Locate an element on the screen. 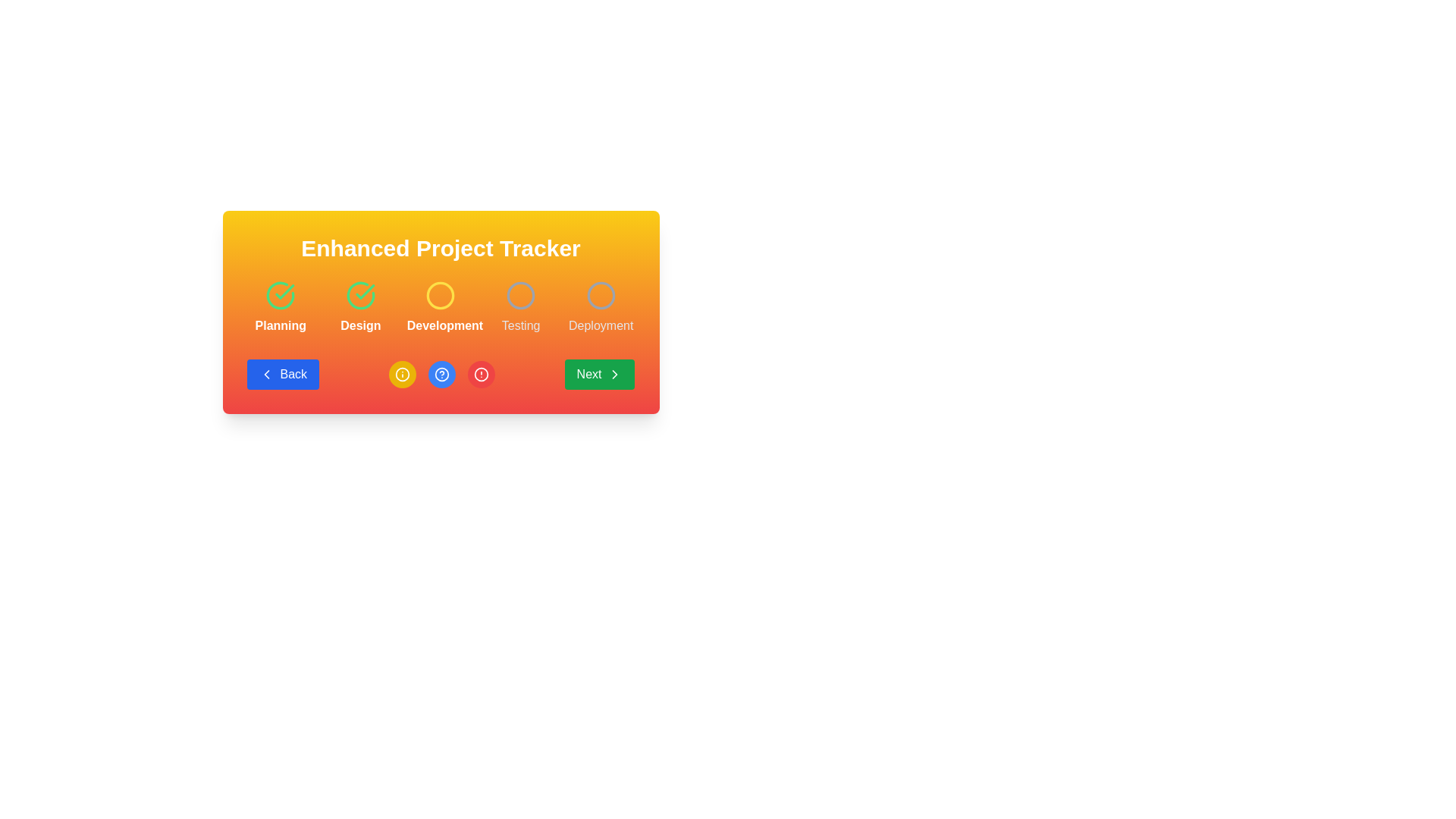 This screenshot has height=819, width=1456. the circular icon button with a blue background and a white border that contains a question mark symbol, located centrally in the bottom row of the interface is located at coordinates (441, 374).